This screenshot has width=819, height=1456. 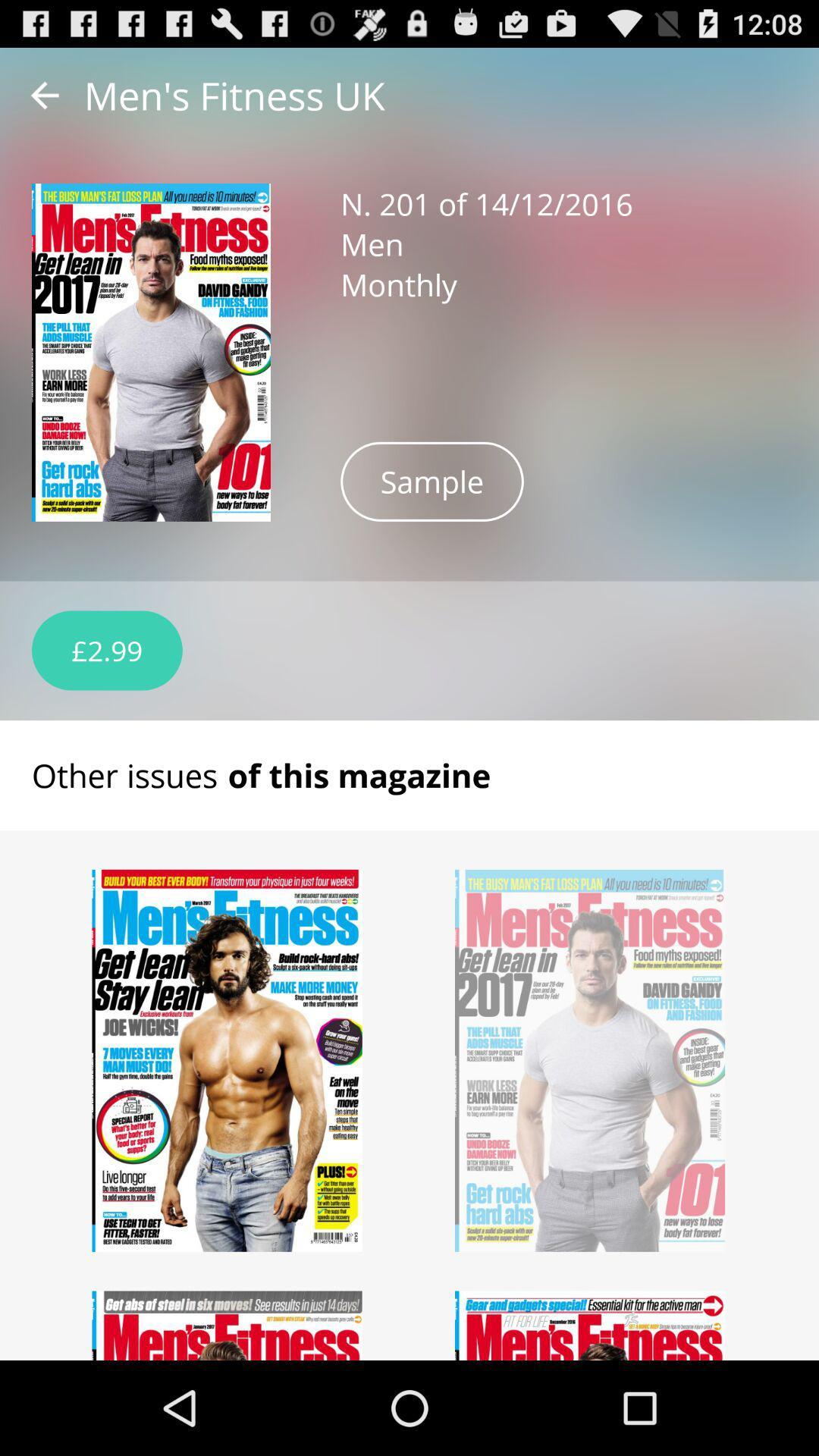 What do you see at coordinates (44, 94) in the screenshot?
I see `previous page` at bounding box center [44, 94].